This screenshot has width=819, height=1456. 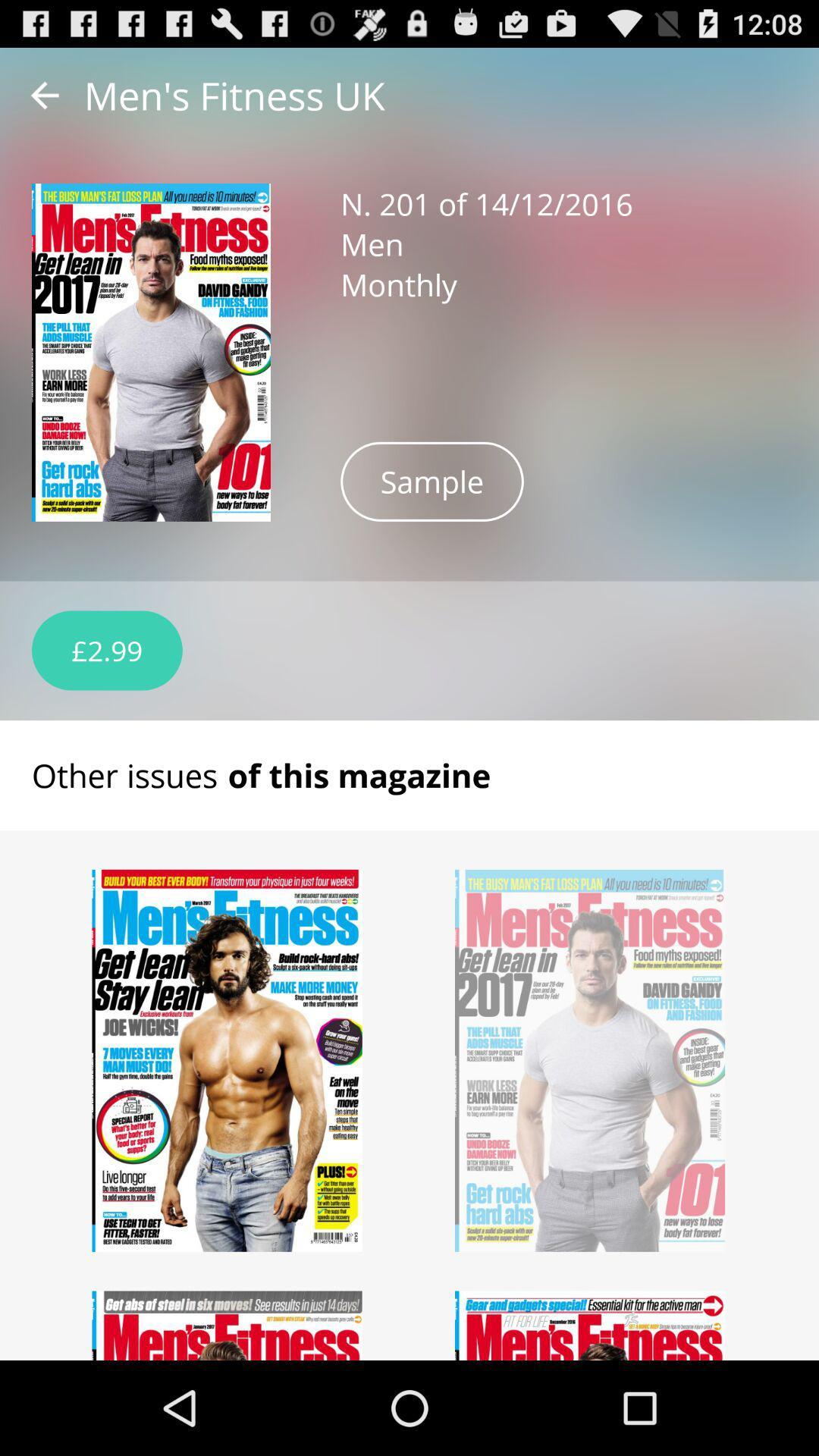 What do you see at coordinates (44, 94) in the screenshot?
I see `previous page` at bounding box center [44, 94].